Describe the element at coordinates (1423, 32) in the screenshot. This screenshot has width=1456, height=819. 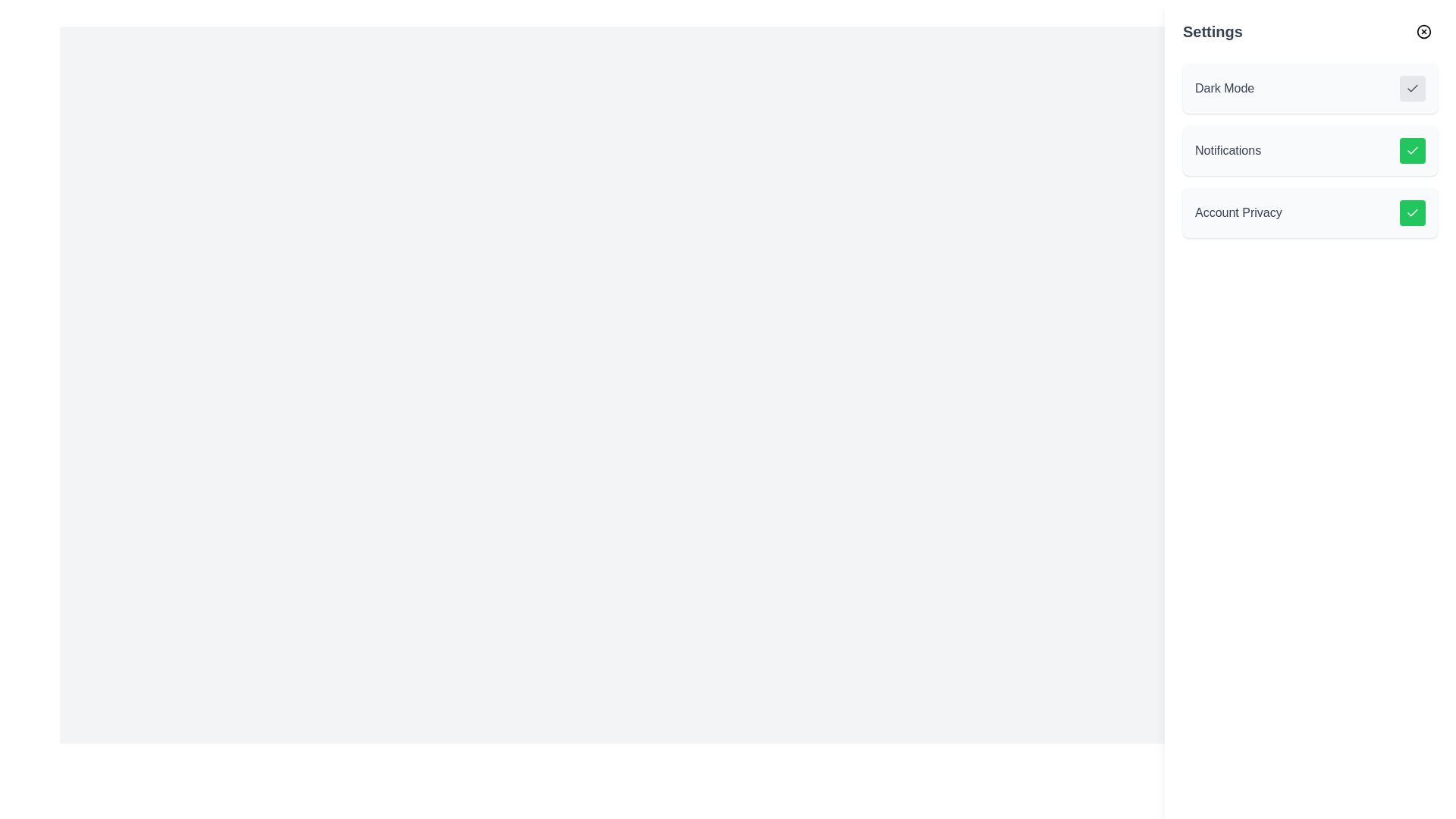
I see `the small circular 'X' icon button located in the top-right corner of the 'Settings' header section` at that location.